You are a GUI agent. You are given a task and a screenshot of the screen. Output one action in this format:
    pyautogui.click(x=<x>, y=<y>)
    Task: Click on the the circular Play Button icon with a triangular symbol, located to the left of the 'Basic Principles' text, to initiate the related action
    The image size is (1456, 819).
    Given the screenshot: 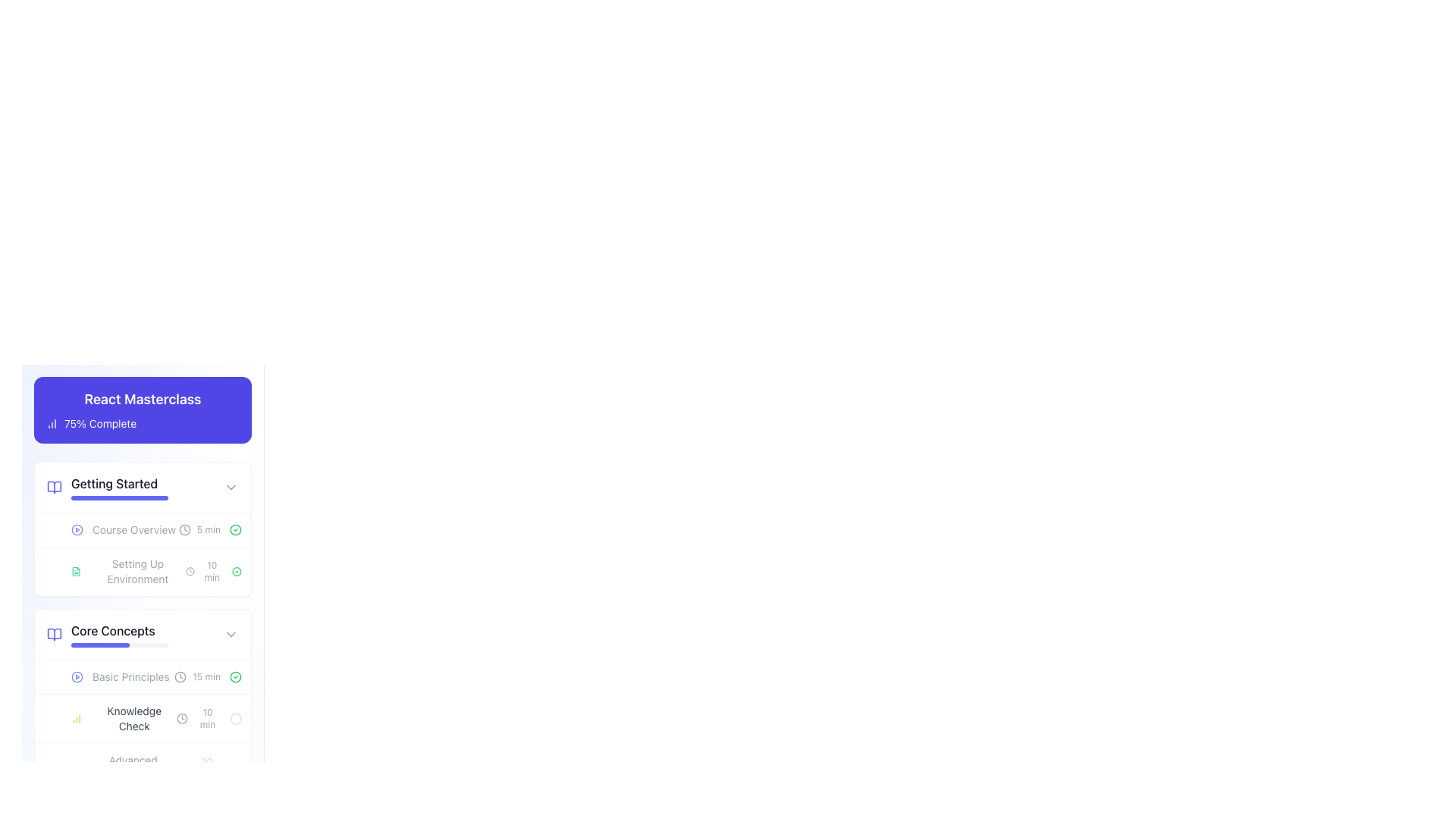 What is the action you would take?
    pyautogui.click(x=76, y=676)
    